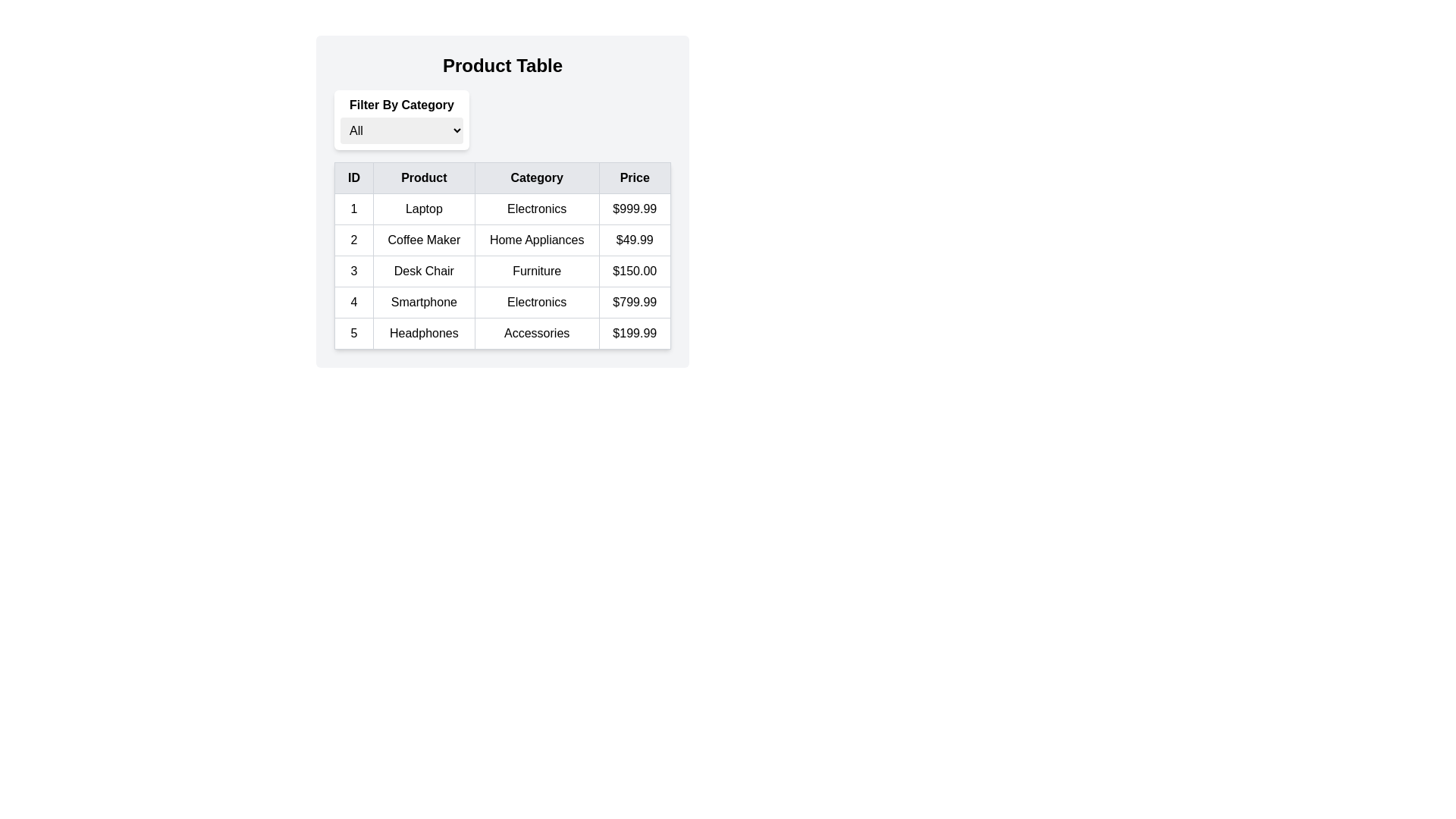 The image size is (1456, 819). What do you see at coordinates (424, 209) in the screenshot?
I see `the text label displaying the word 'Laptop' which is styled with a bordered box and located in the second column of the first row in the tabular layout` at bounding box center [424, 209].